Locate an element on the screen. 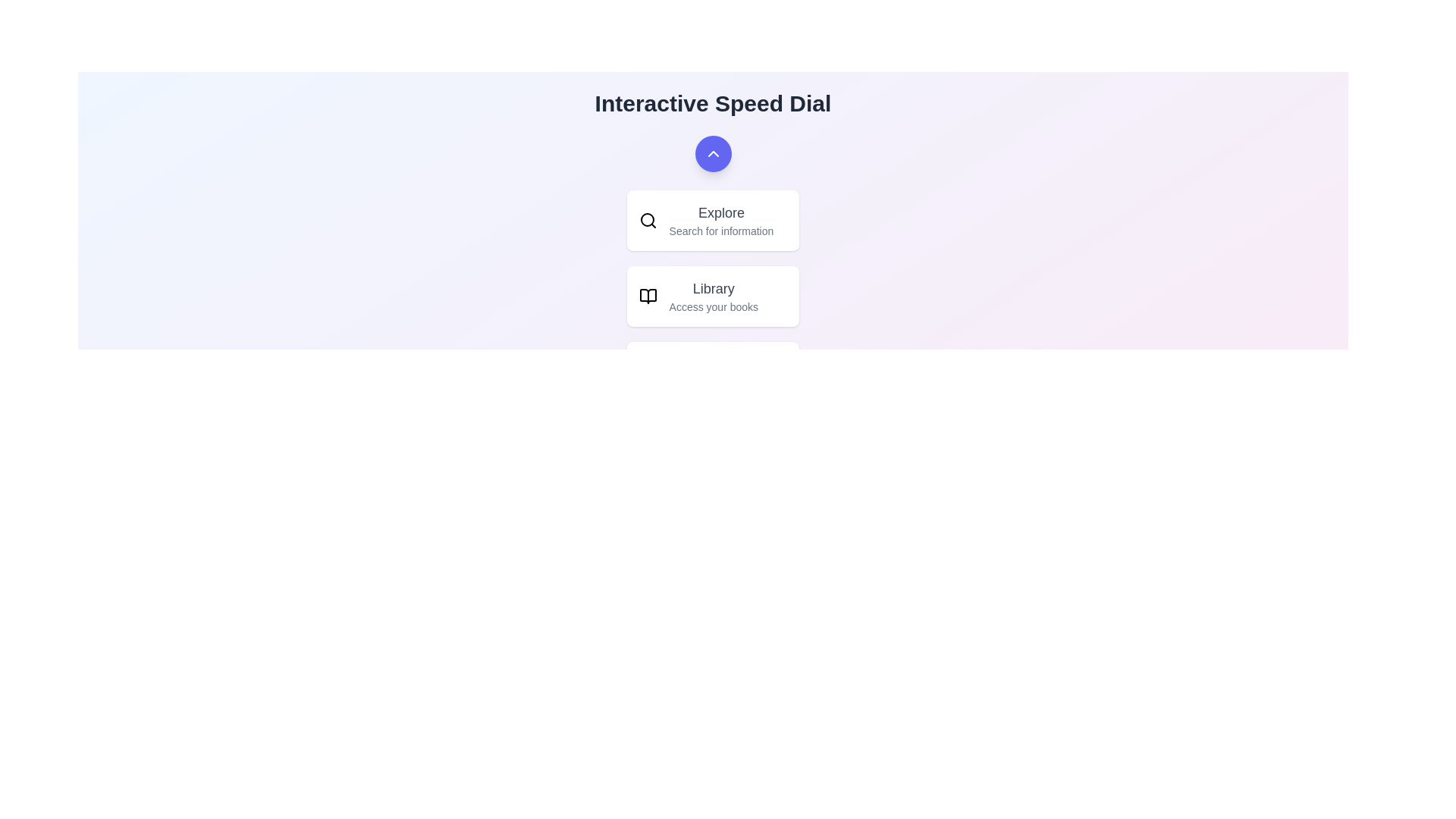  the 'Library' button to access books is located at coordinates (712, 296).